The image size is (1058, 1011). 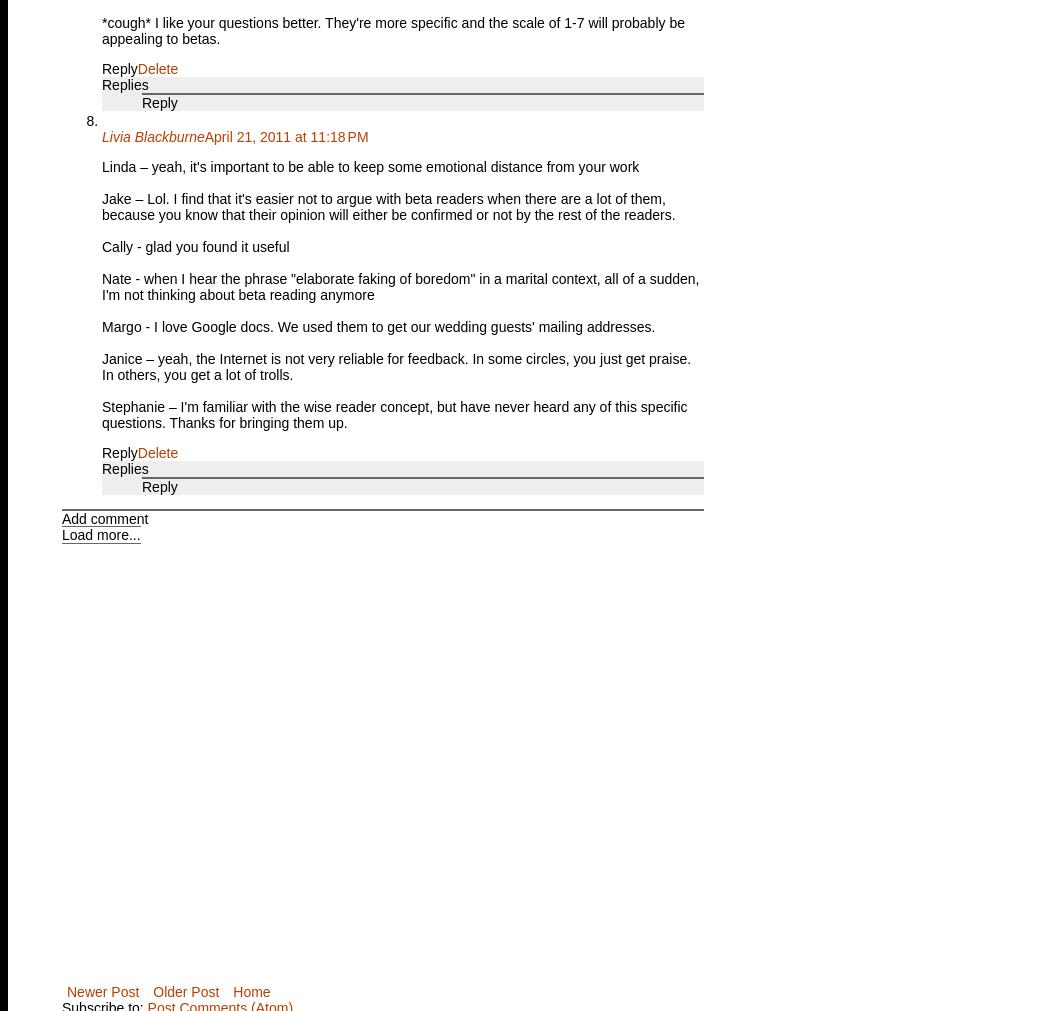 What do you see at coordinates (185, 991) in the screenshot?
I see `'Older Post'` at bounding box center [185, 991].